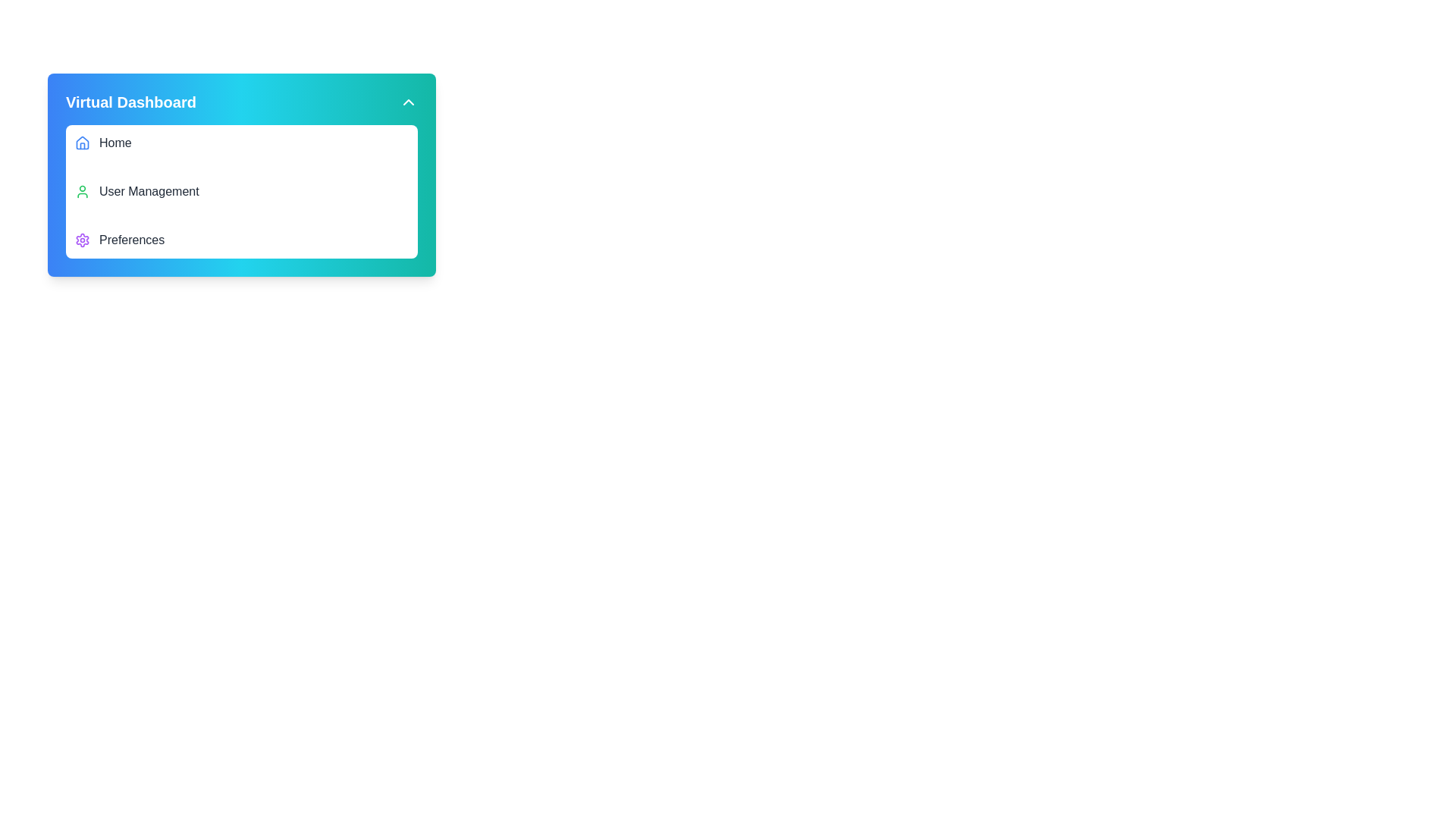  I want to click on the settings icon located to the left of the 'Preferences' label in the third item of the vertical list under the 'Virtual Dashboard' section, so click(82, 239).